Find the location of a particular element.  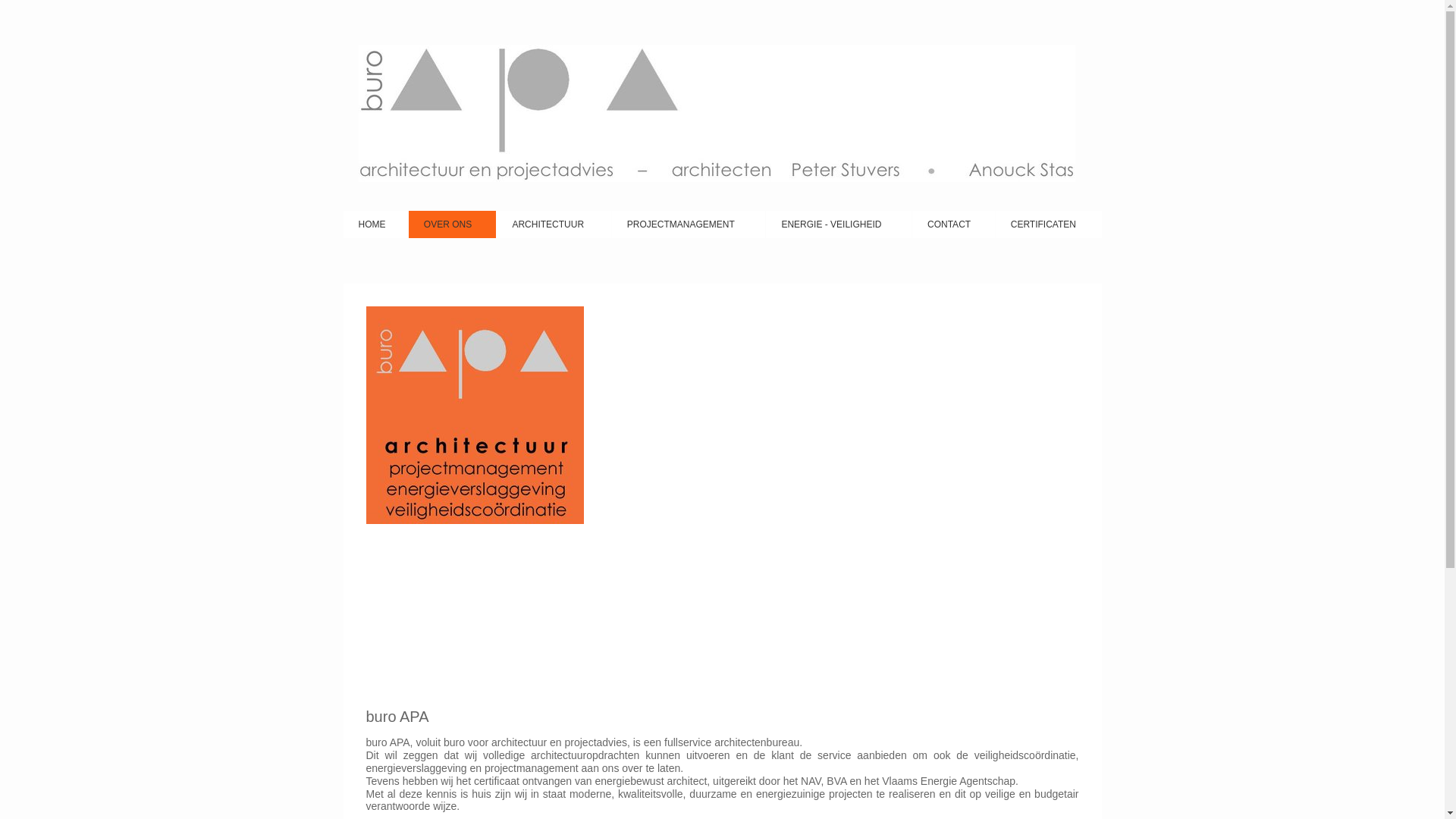

'ARCHITECTUUR' is located at coordinates (496, 224).